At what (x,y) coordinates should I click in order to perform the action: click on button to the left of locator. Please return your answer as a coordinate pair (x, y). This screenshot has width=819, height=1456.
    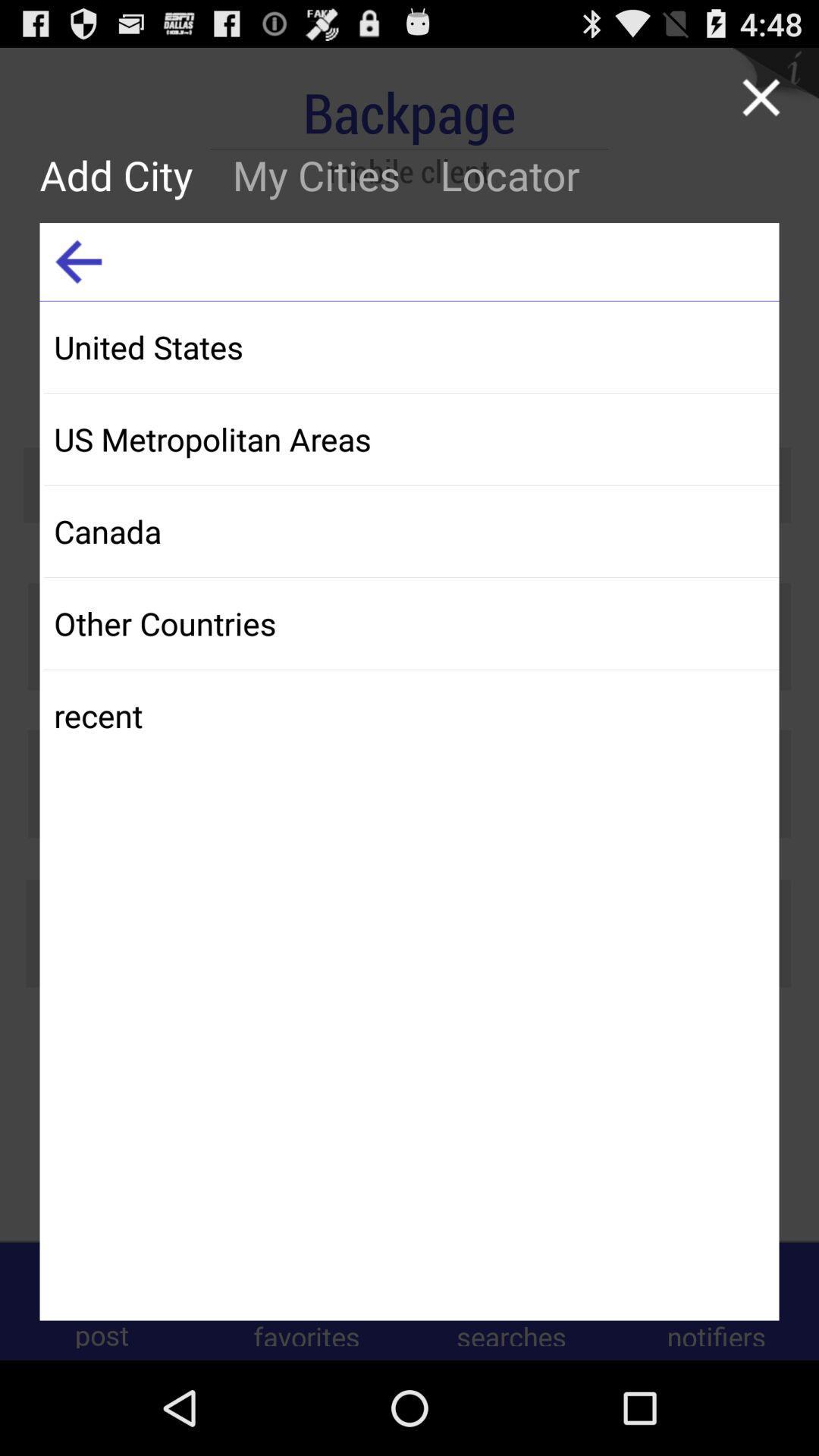
    Looking at the image, I should click on (315, 174).